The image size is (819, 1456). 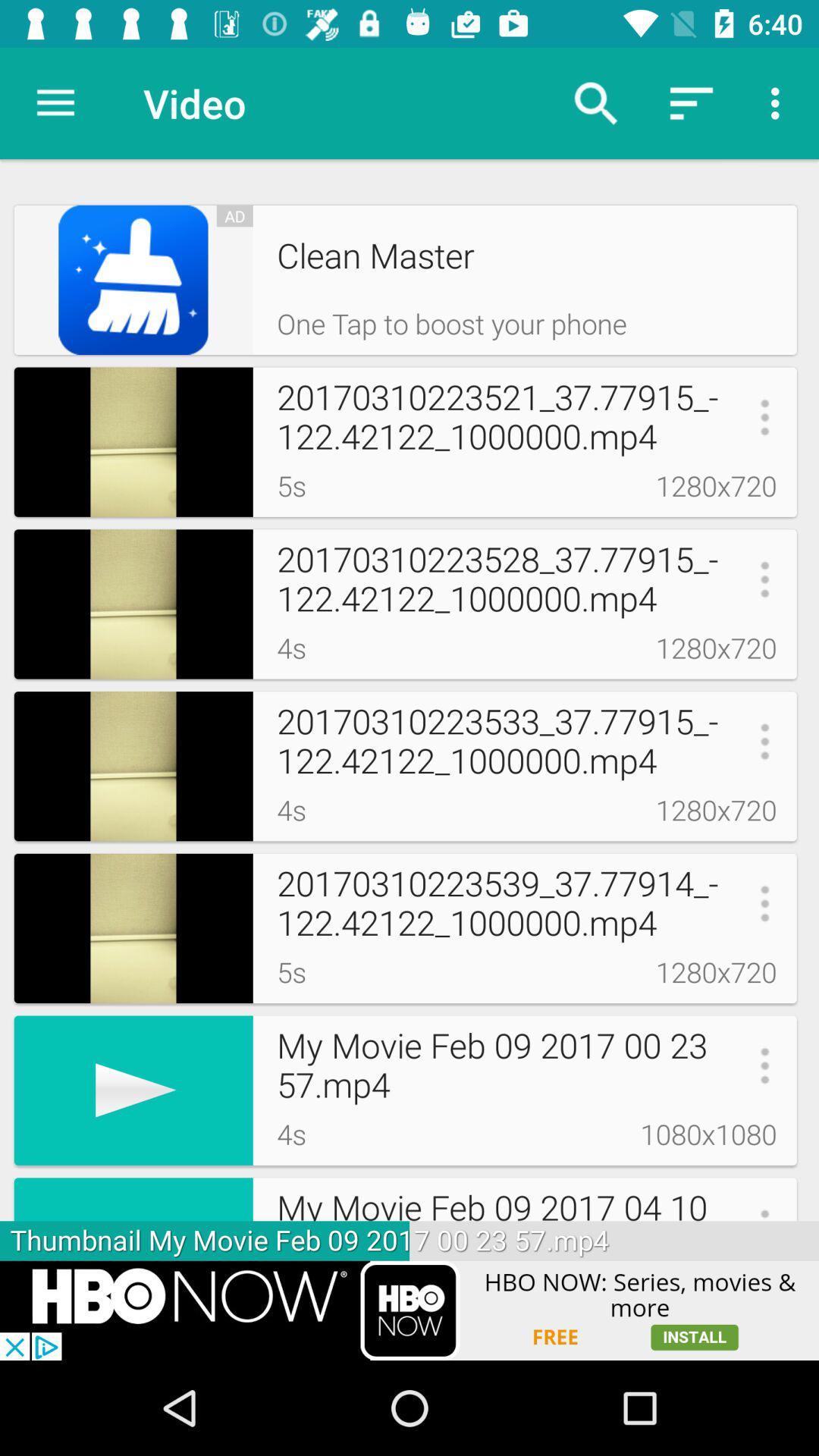 I want to click on the image which is below clean master logo, so click(x=133, y=441).